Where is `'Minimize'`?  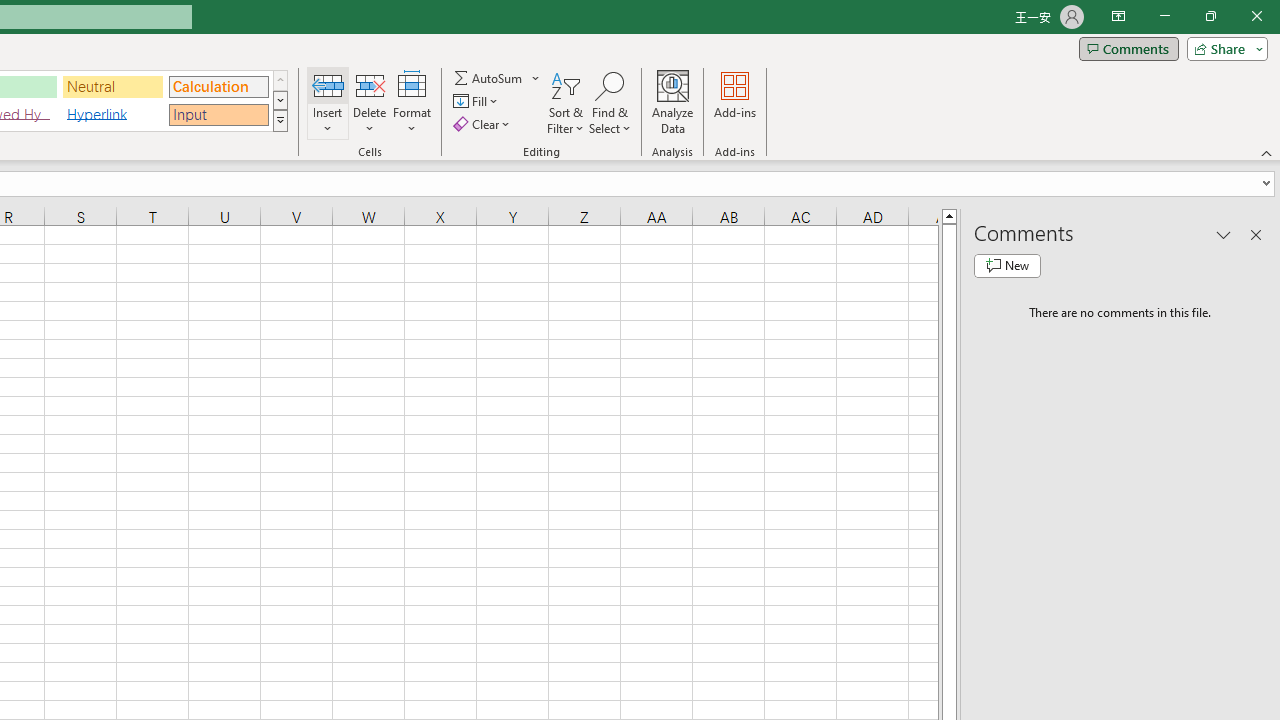 'Minimize' is located at coordinates (1164, 16).